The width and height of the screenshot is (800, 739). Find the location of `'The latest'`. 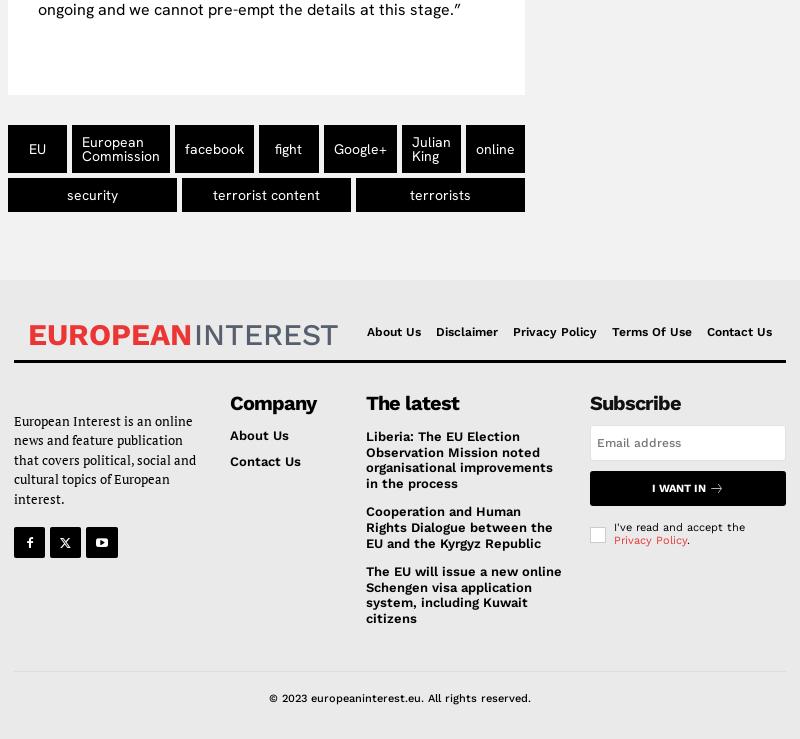

'The latest' is located at coordinates (412, 402).